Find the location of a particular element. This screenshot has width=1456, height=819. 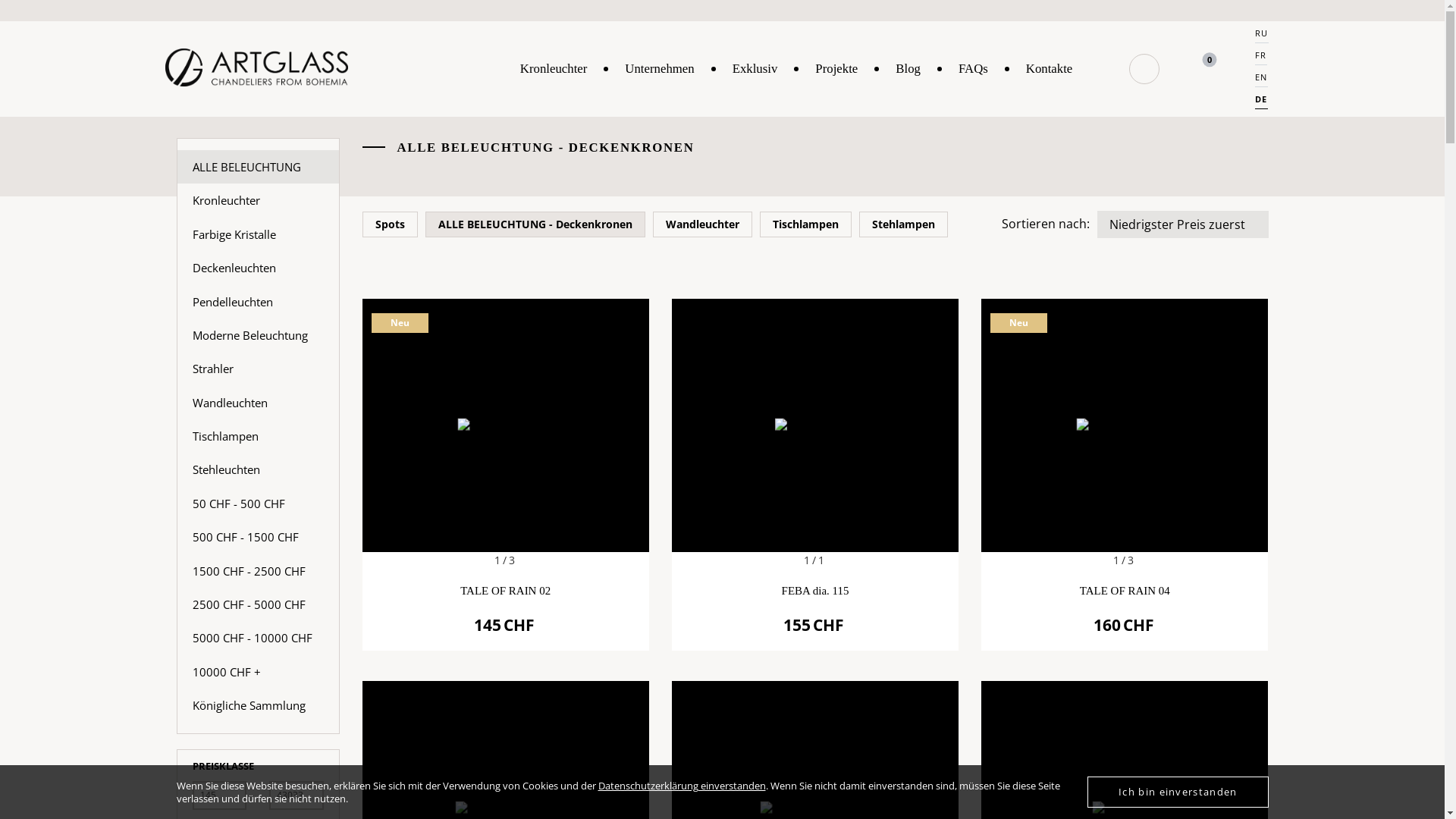

'Ich bin einverstanden' is located at coordinates (1177, 791).